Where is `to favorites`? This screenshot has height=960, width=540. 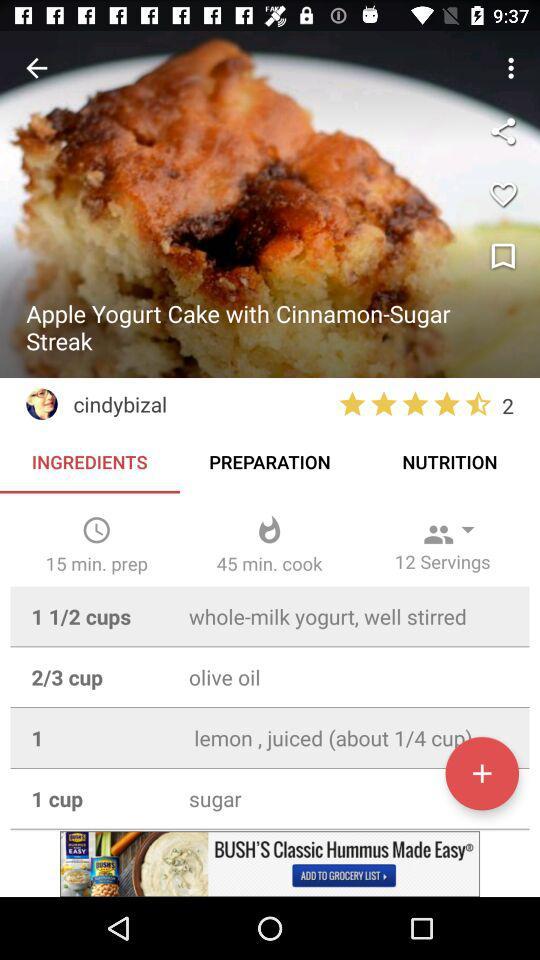 to favorites is located at coordinates (502, 194).